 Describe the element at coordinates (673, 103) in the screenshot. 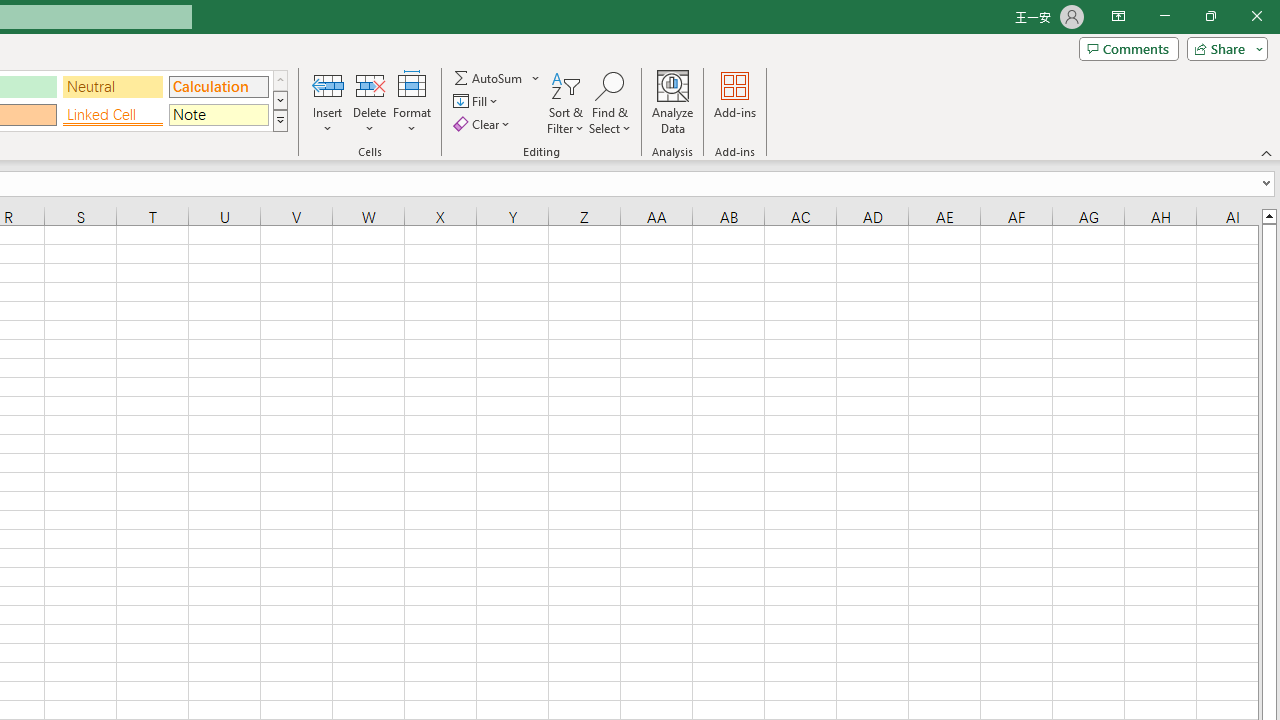

I see `'Analyze Data'` at that location.